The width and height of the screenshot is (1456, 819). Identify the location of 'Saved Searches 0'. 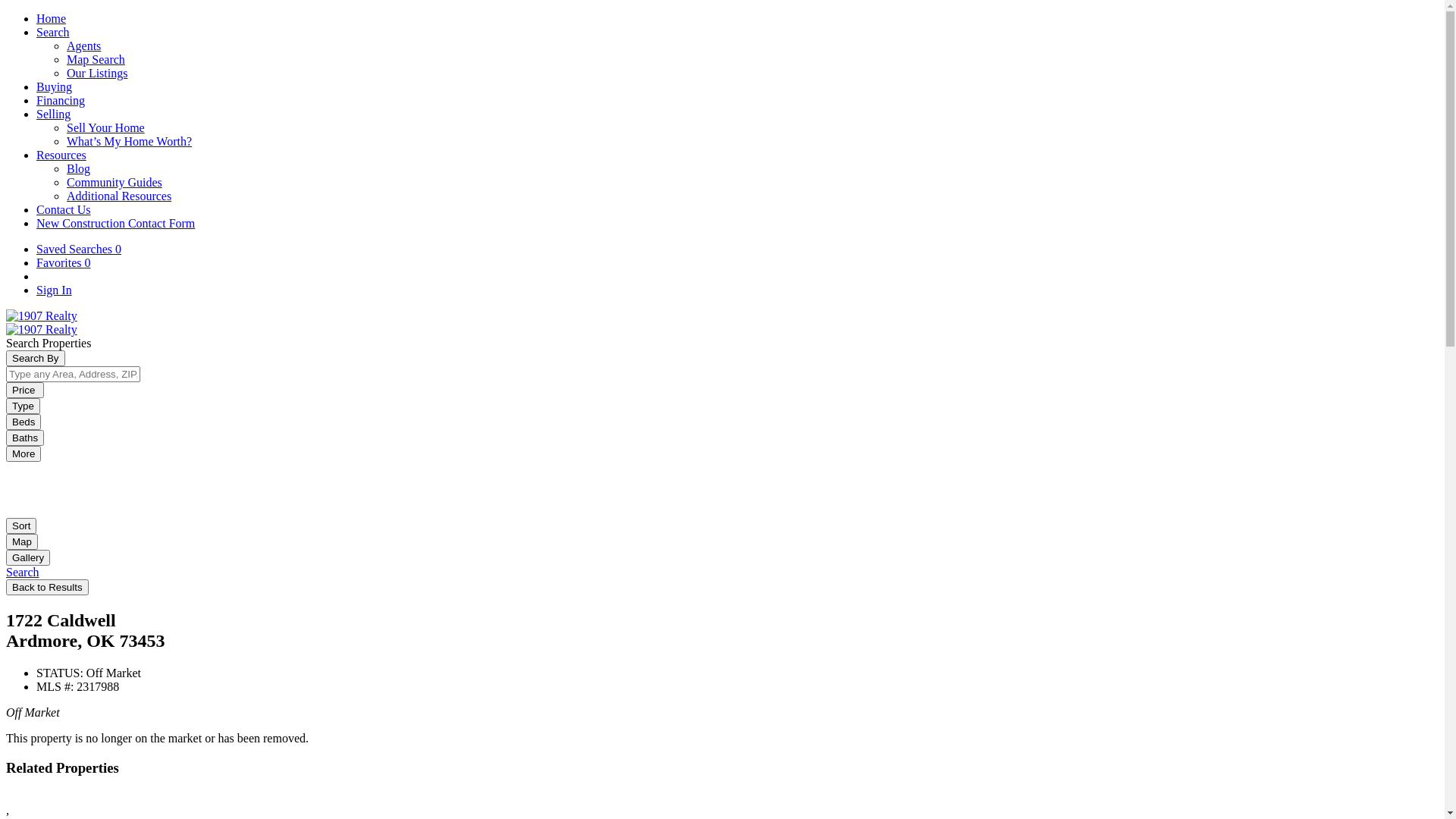
(78, 248).